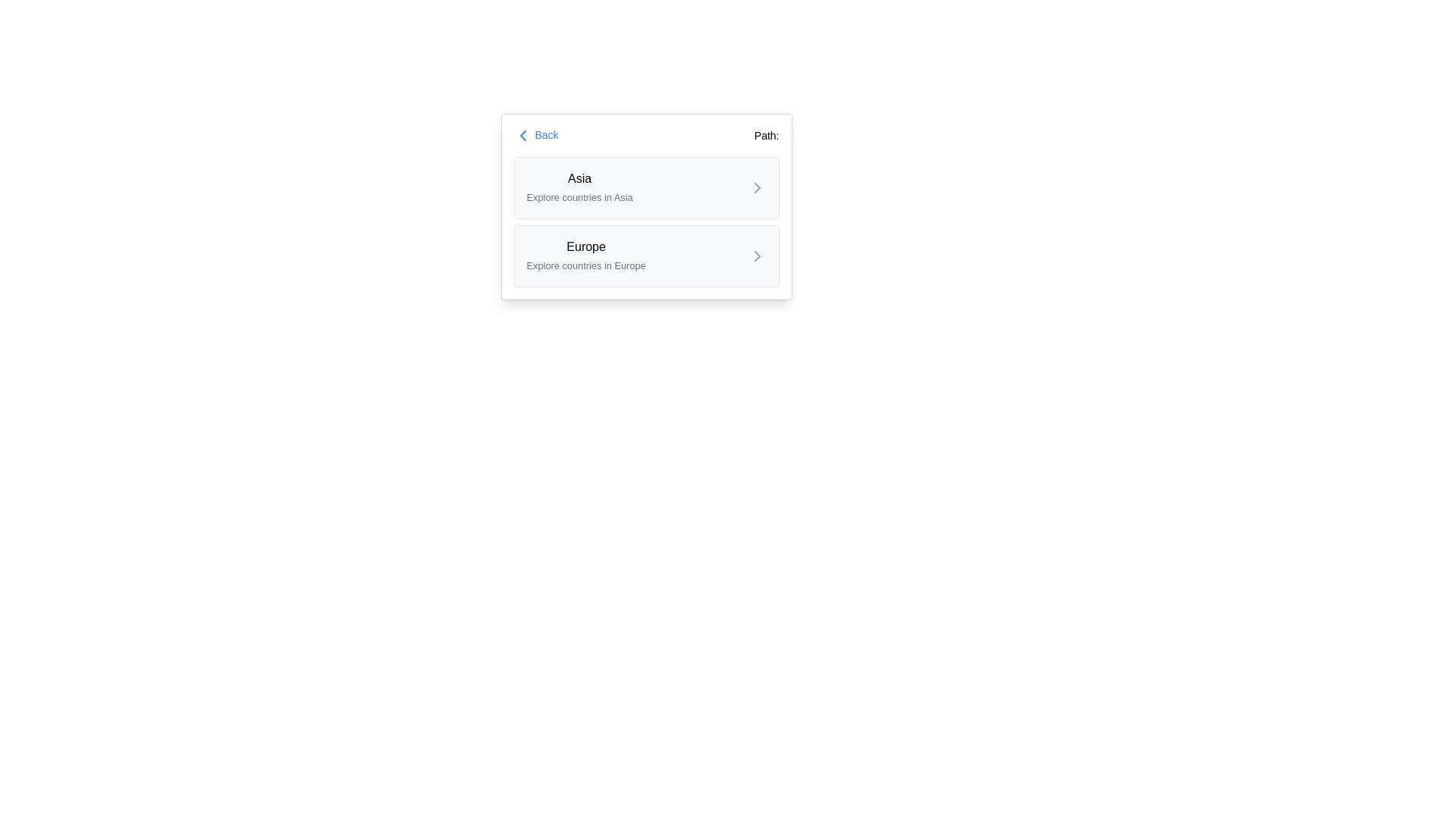  What do you see at coordinates (757, 256) in the screenshot?
I see `the rightward-pointing chevron icon, which is styled with a thin, rounded stroke and gray color, located at the far right side of the 'Europe' menu option` at bounding box center [757, 256].